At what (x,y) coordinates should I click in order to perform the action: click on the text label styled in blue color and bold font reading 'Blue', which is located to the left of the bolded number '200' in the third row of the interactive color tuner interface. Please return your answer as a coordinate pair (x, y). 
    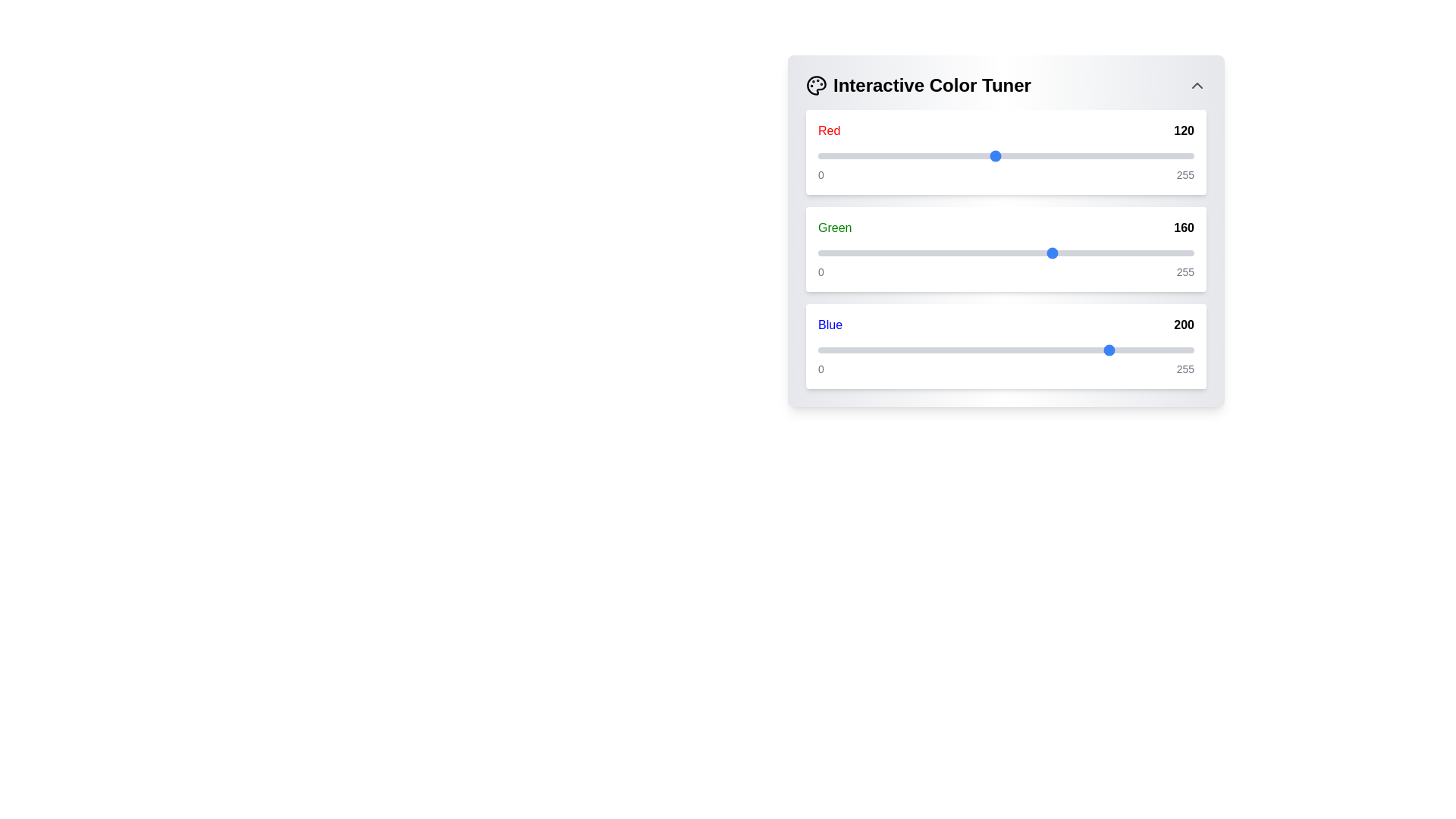
    Looking at the image, I should click on (829, 324).